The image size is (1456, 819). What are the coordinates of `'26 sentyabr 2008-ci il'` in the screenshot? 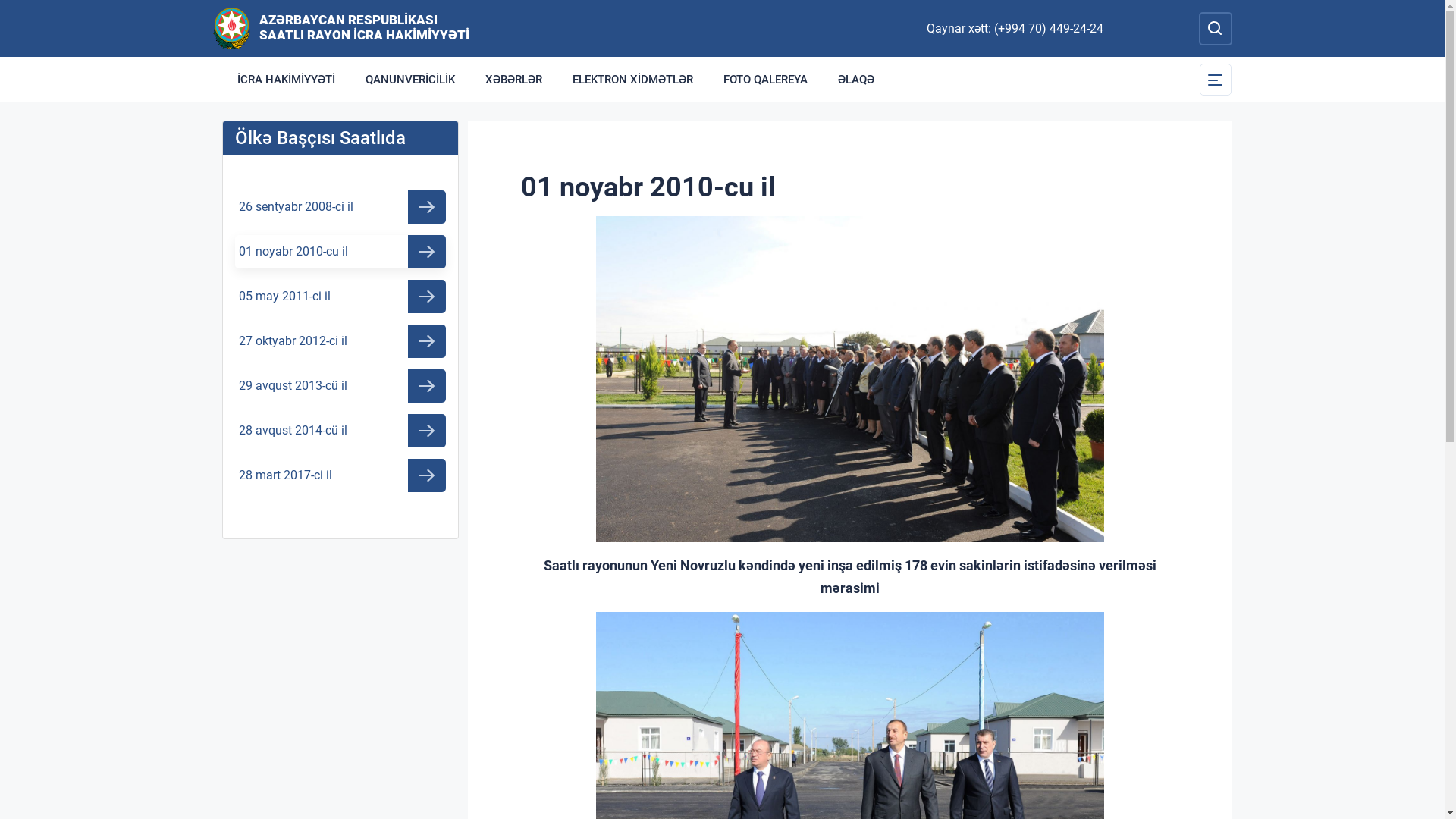 It's located at (234, 207).